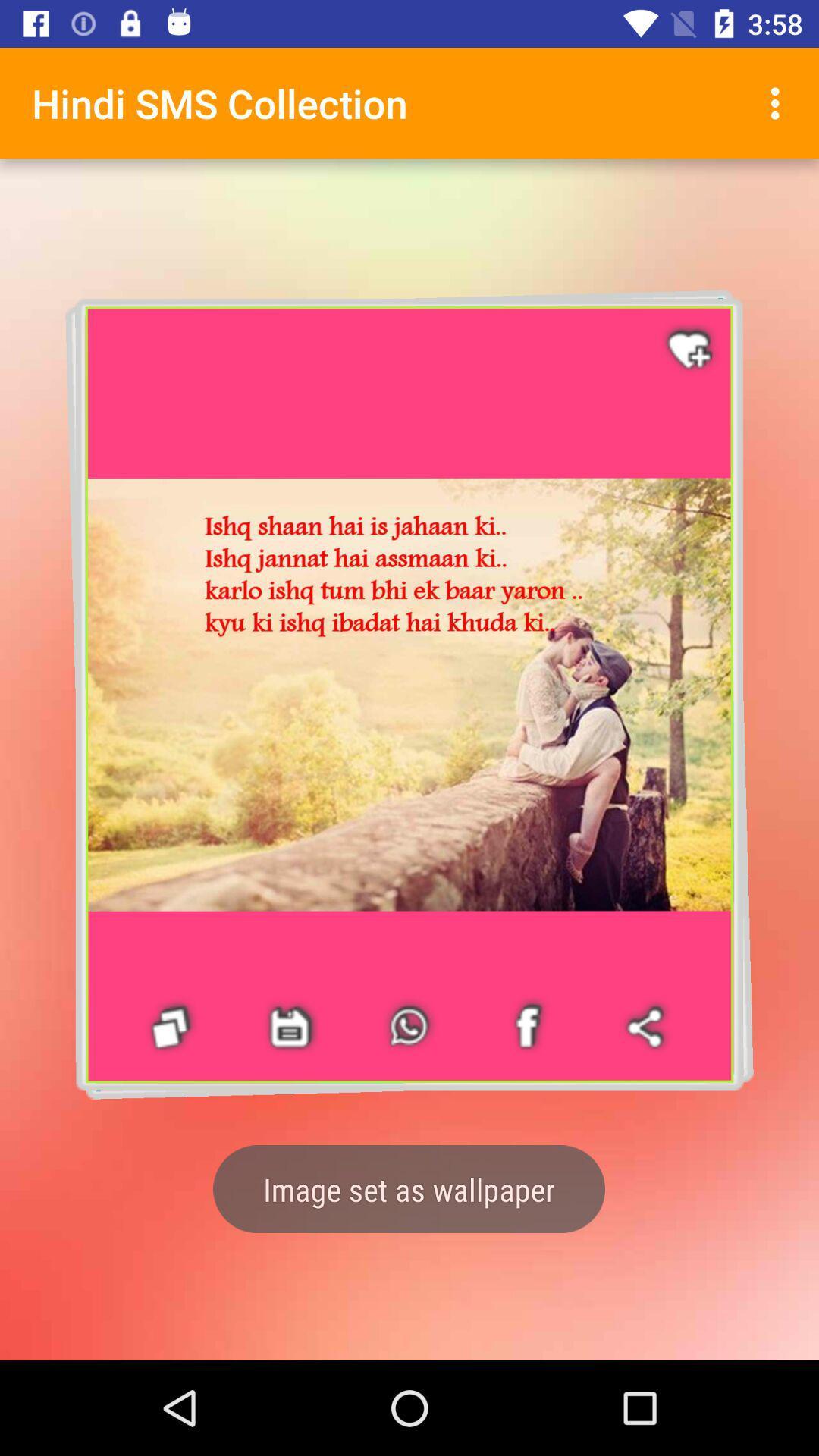 This screenshot has width=819, height=1456. Describe the element at coordinates (655, 1020) in the screenshot. I see `the share icon` at that location.